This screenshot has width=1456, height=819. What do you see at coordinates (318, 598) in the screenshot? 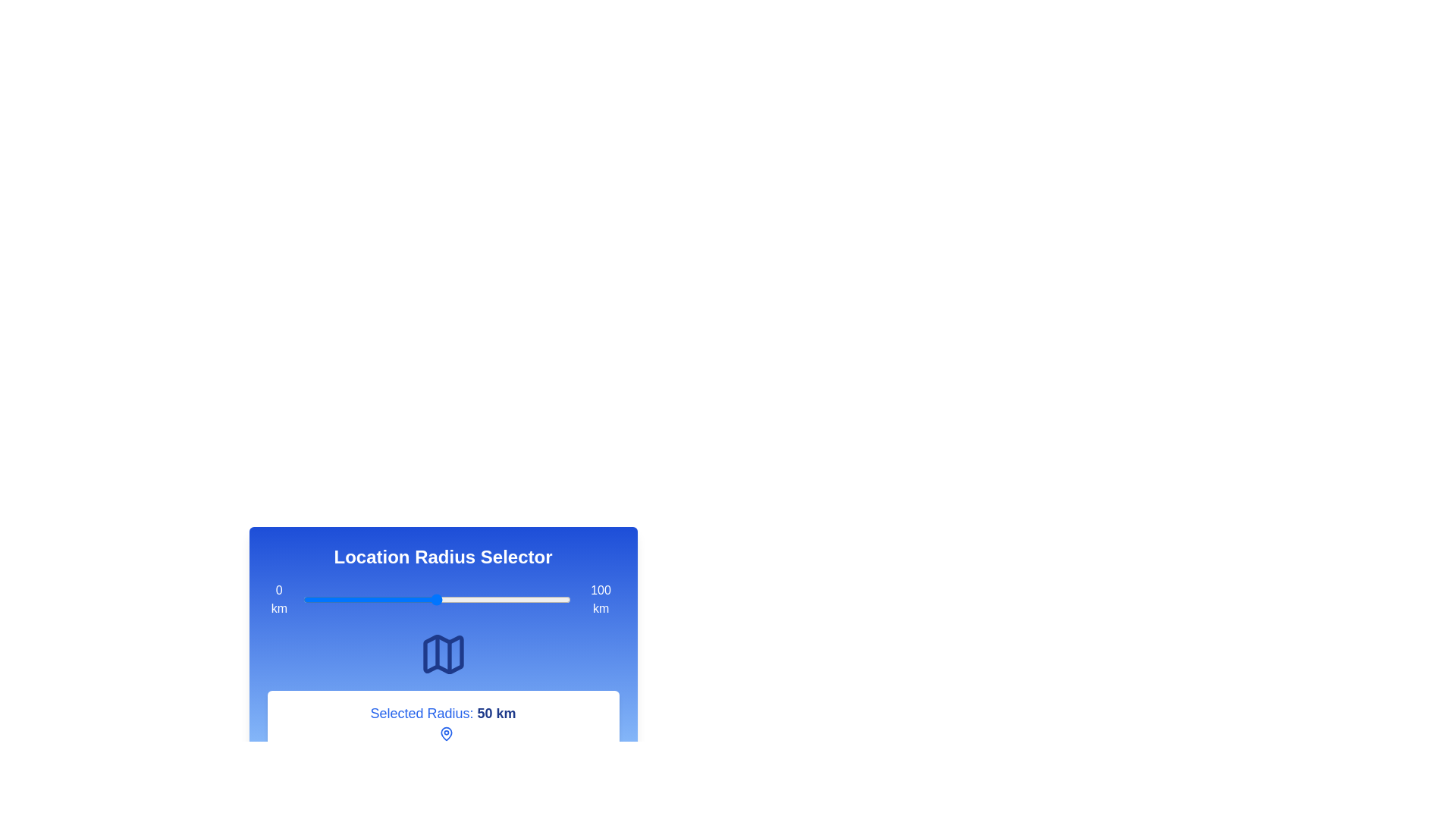
I see `the range slider to set the radius to 6 km` at bounding box center [318, 598].